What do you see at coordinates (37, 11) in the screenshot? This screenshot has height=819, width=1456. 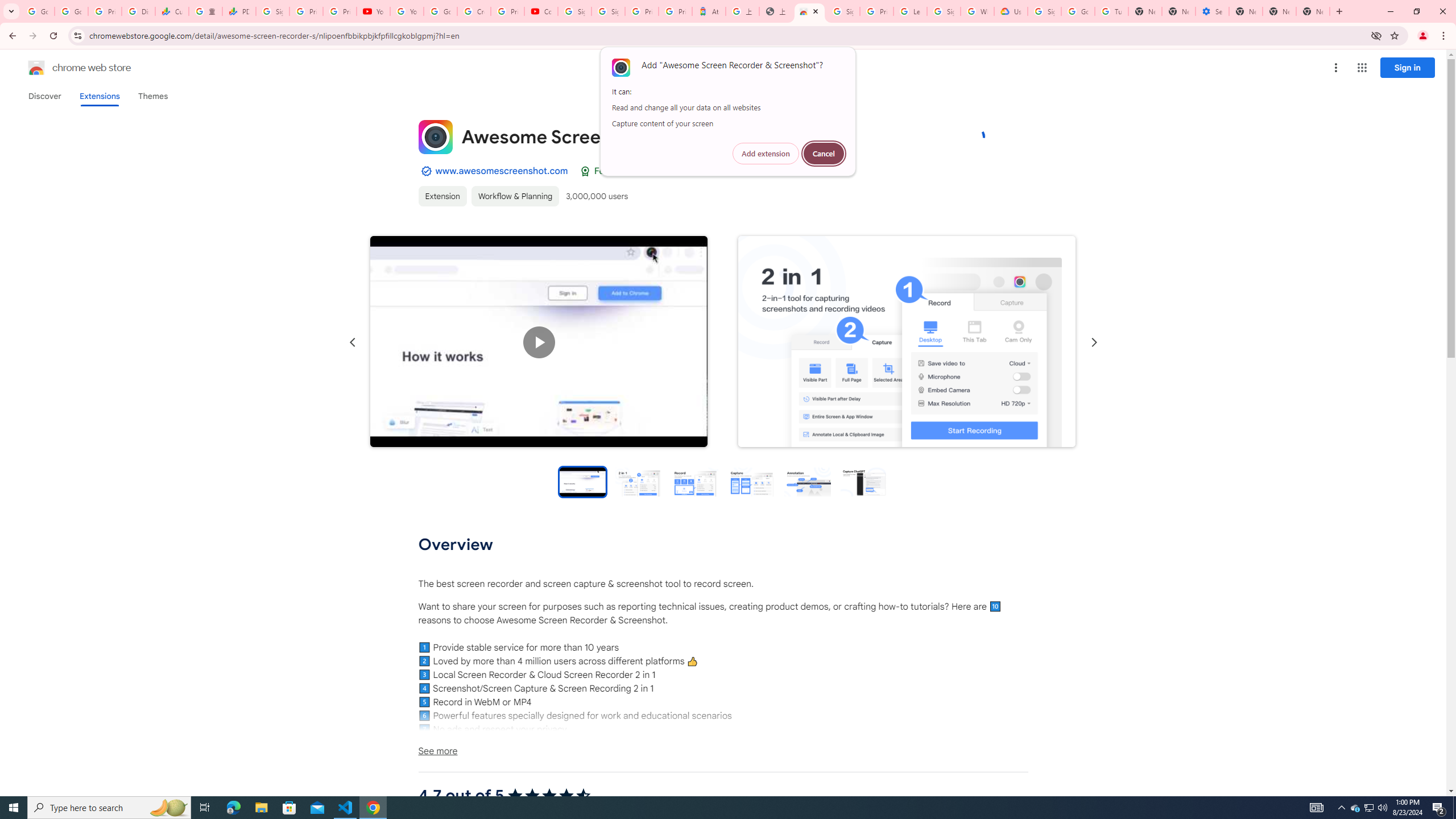 I see `'Google Workspace Admin Community'` at bounding box center [37, 11].